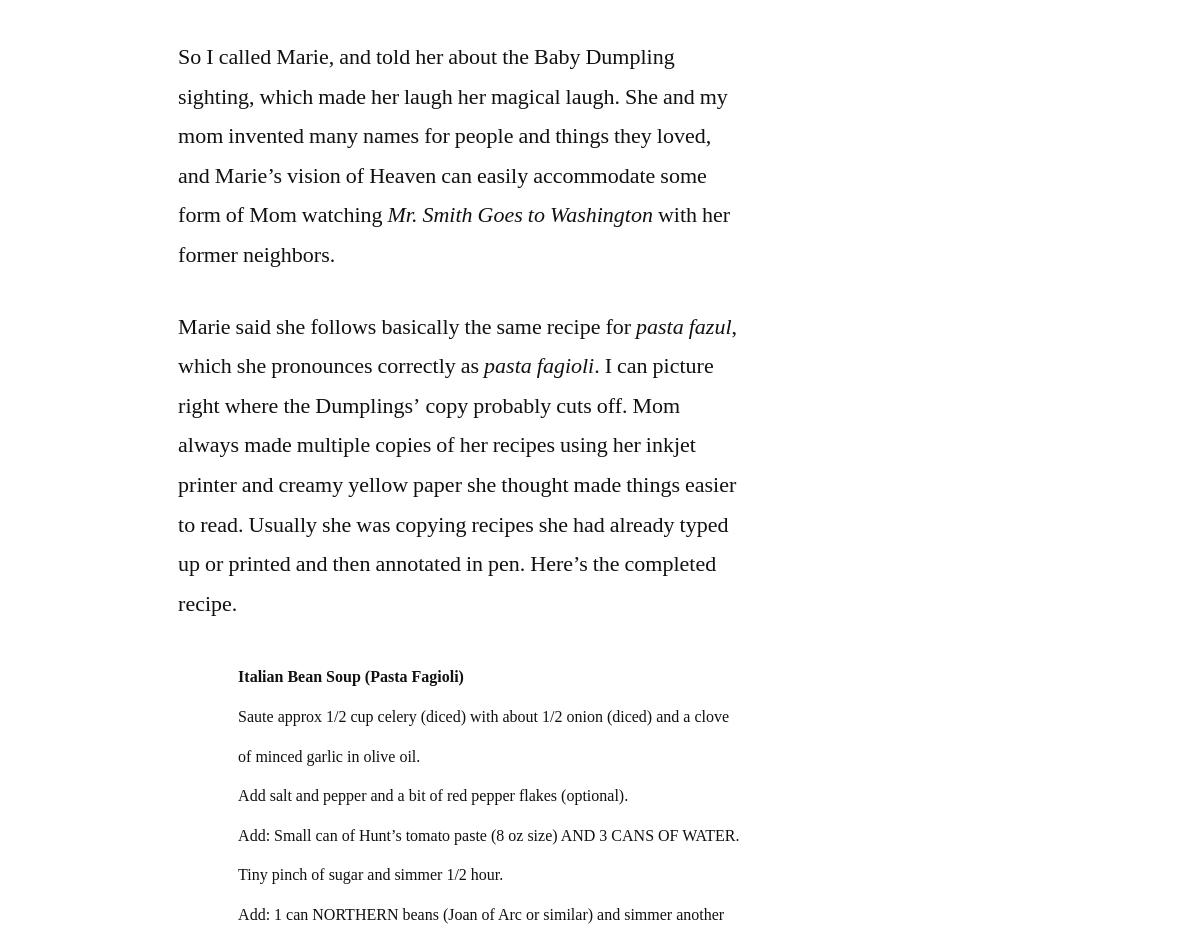  Describe the element at coordinates (518, 213) in the screenshot. I see `'Mr. Smith Goes to Washington'` at that location.